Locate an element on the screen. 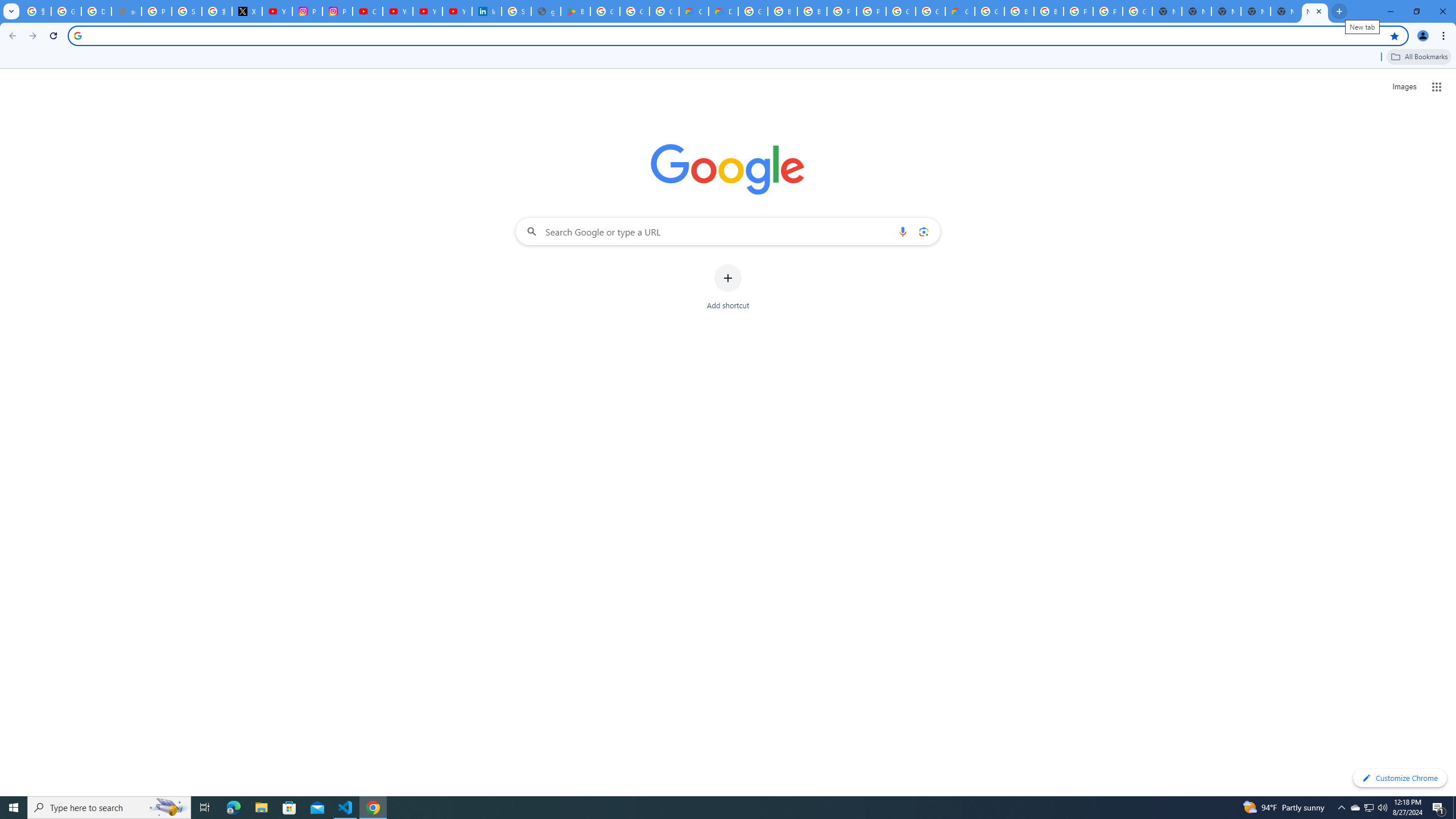 The image size is (1456, 819). 'YouTube Culture & Trends - YouTube Top 10, 2021' is located at coordinates (457, 11).